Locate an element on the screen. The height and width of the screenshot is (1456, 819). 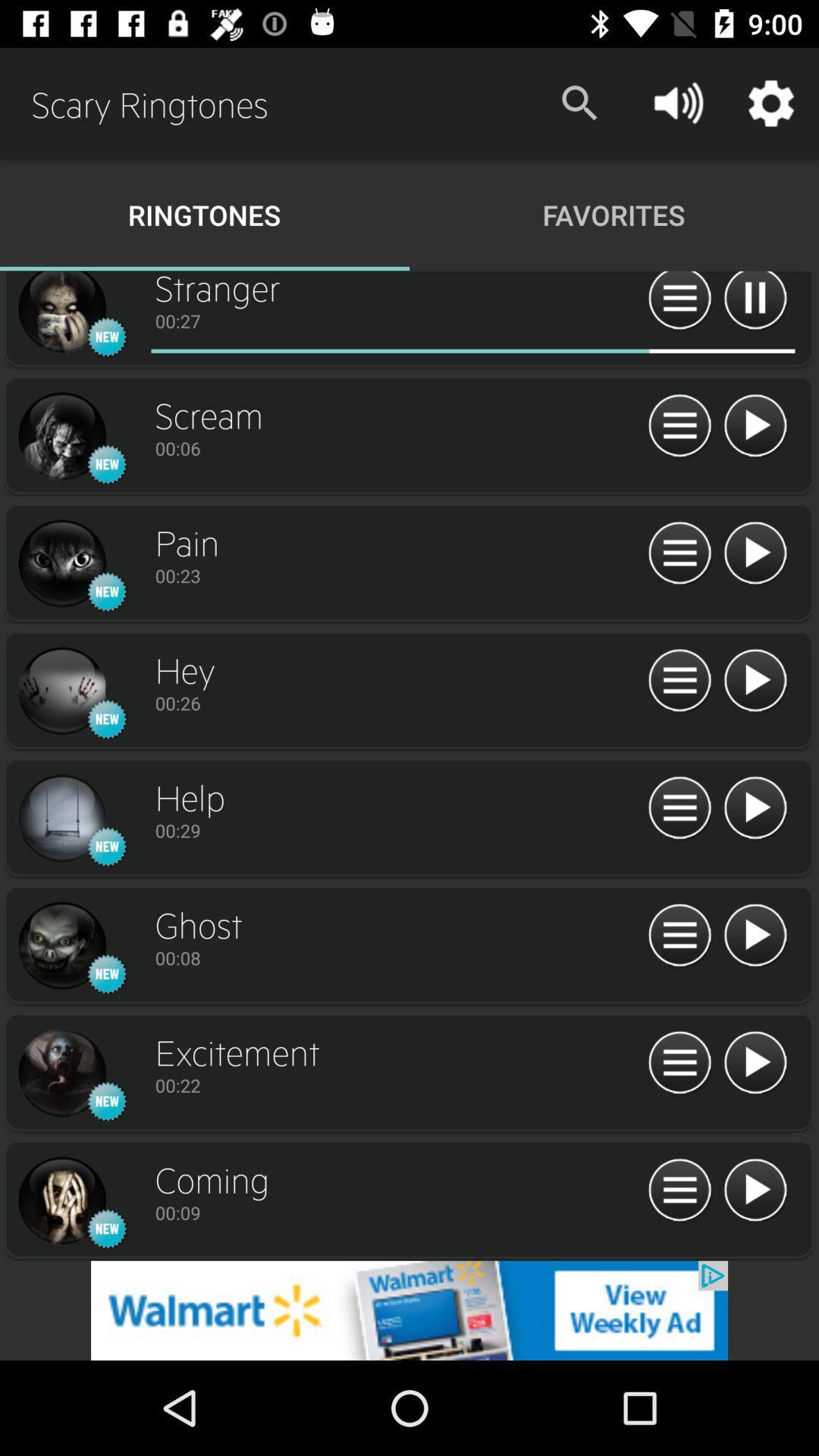
track is located at coordinates (755, 425).